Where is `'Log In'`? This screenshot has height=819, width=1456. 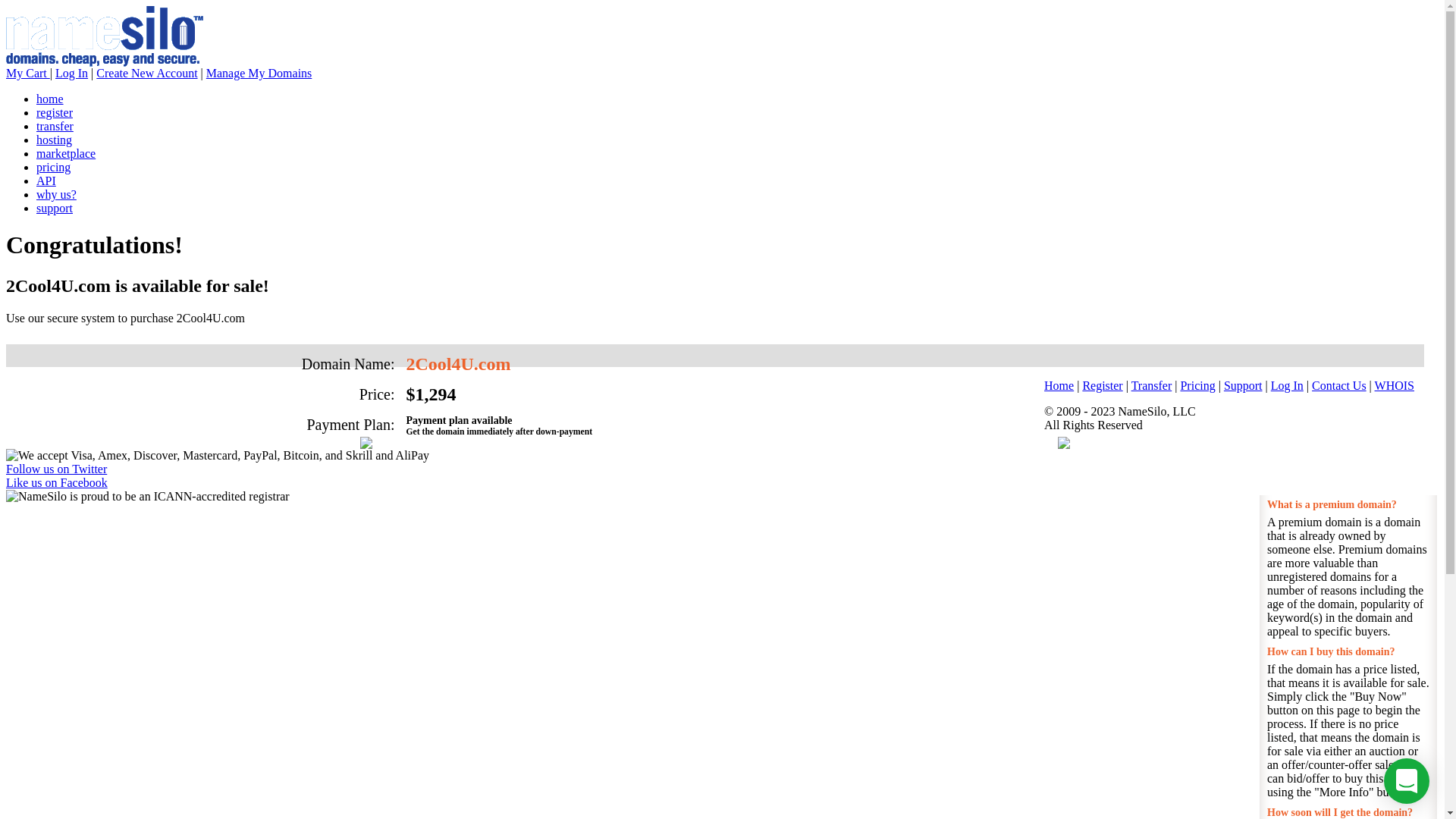 'Log In' is located at coordinates (1286, 384).